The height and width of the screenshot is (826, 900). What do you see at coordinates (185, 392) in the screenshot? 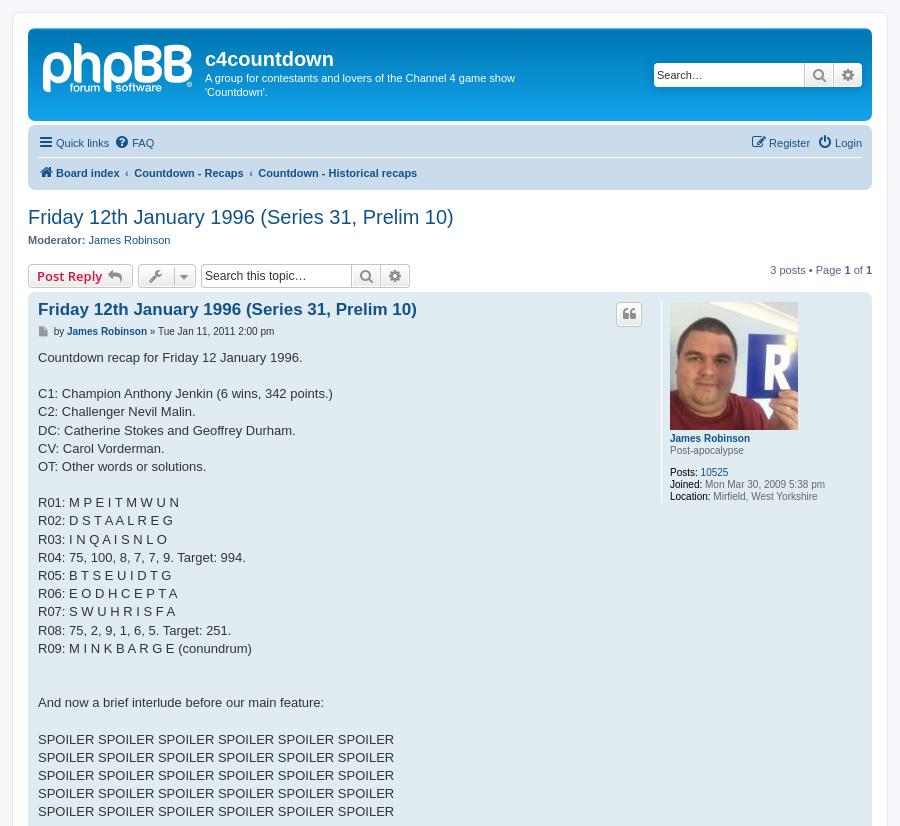
I see `'C1: Champion Anthony Jenkin (6 wins, 342 points.)'` at bounding box center [185, 392].